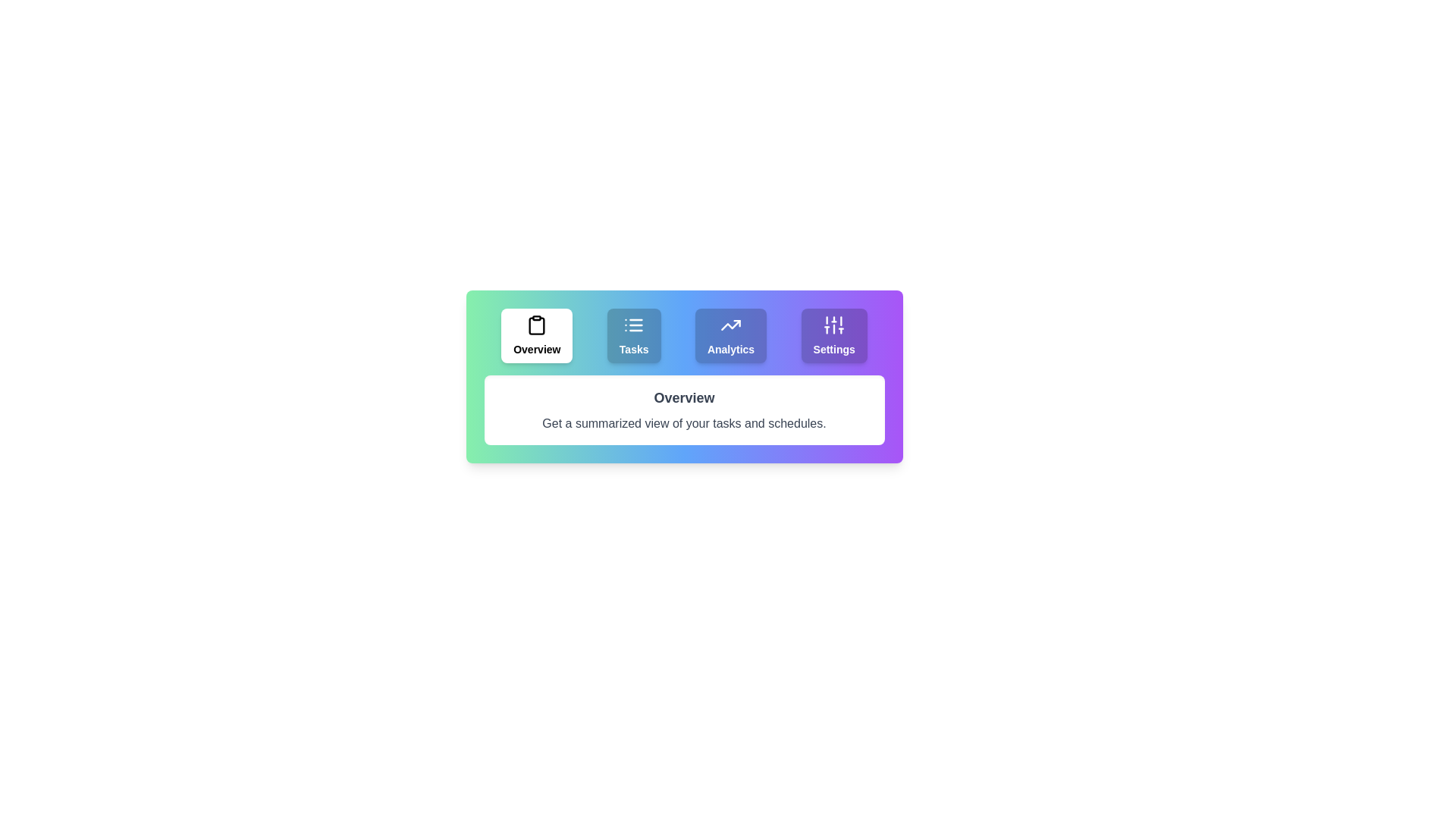 Image resolution: width=1456 pixels, height=819 pixels. What do you see at coordinates (731, 335) in the screenshot?
I see `the Analytics tab to view its content` at bounding box center [731, 335].